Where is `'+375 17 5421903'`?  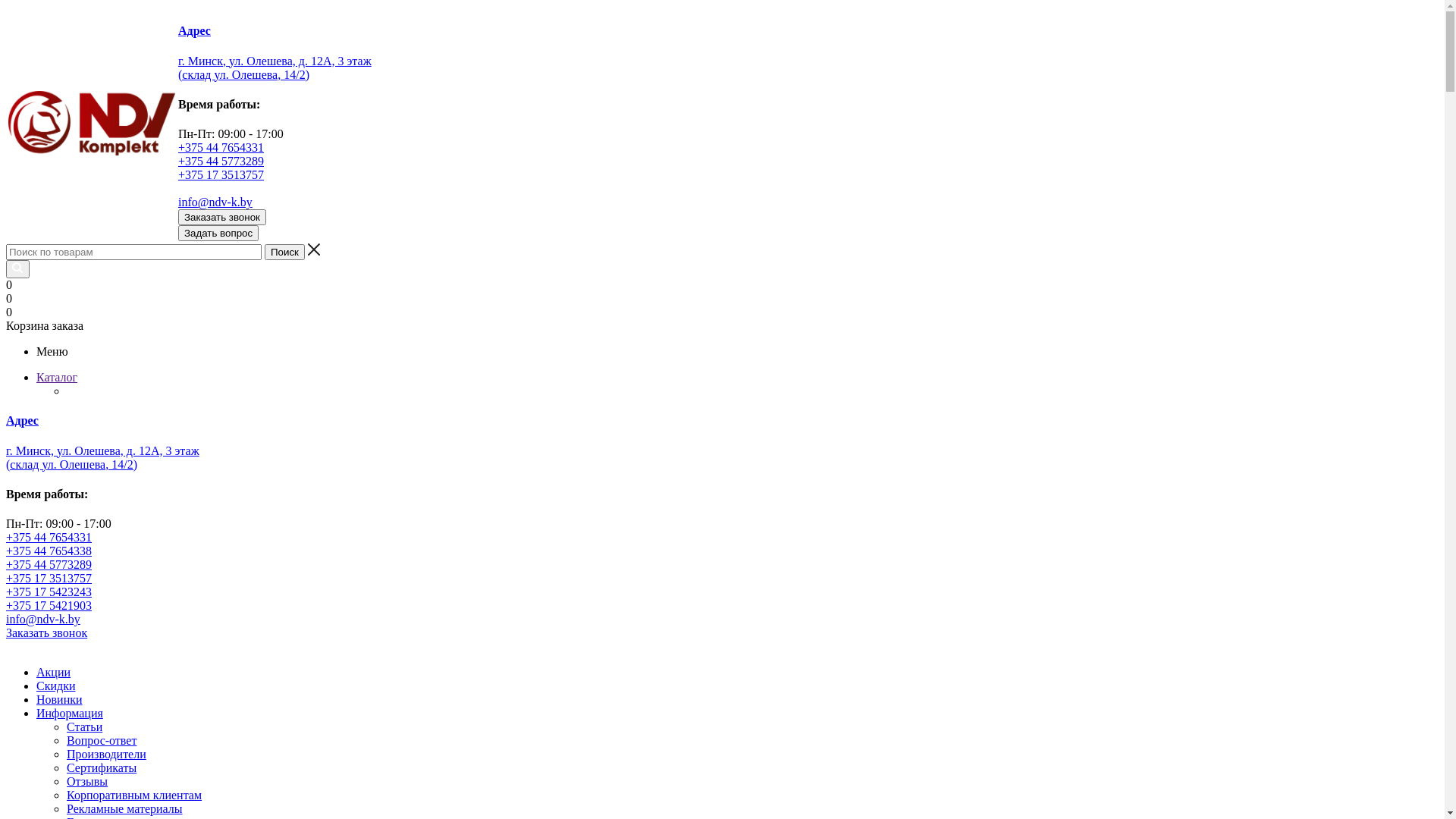 '+375 17 5421903' is located at coordinates (49, 604).